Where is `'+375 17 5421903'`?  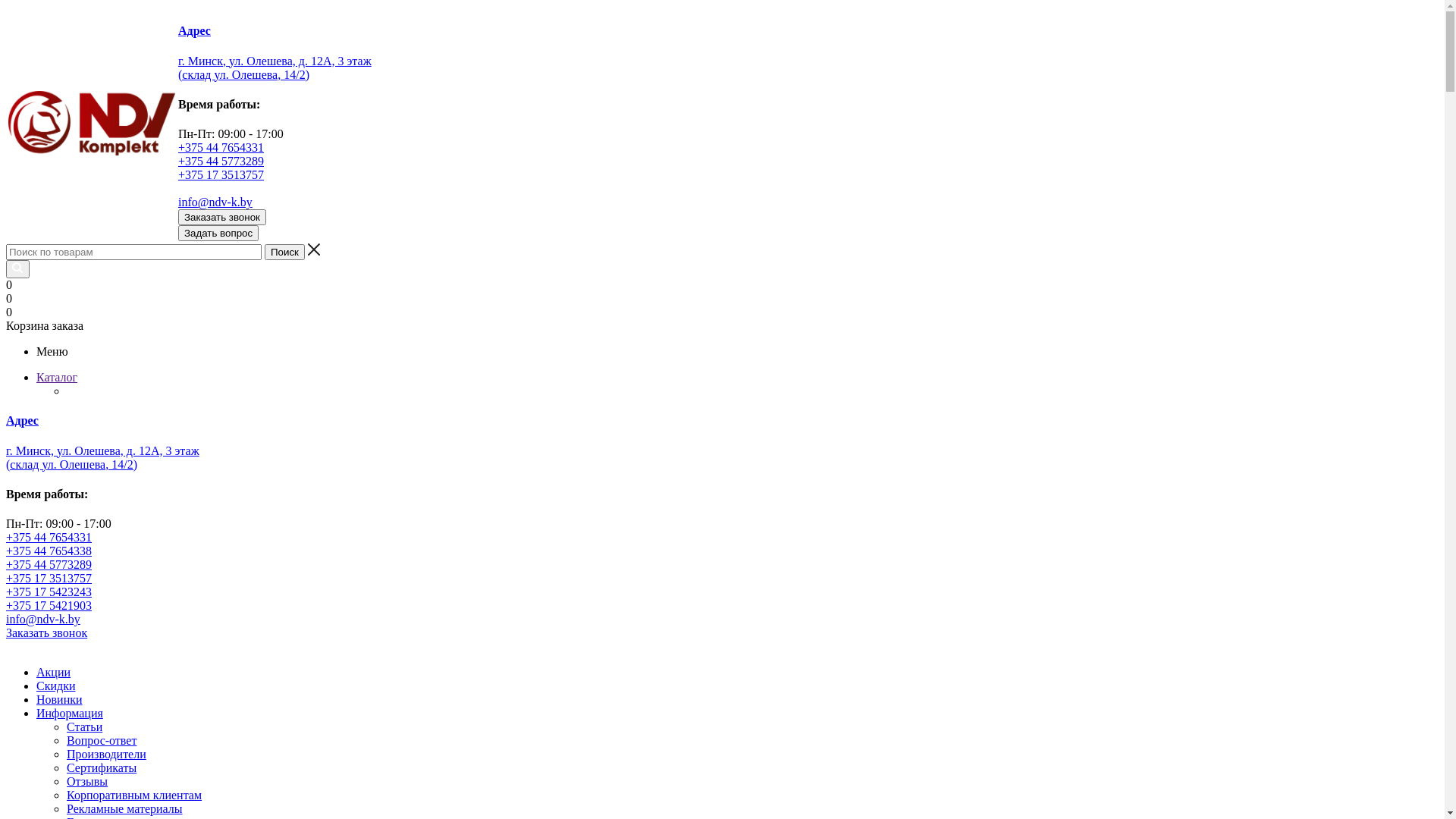 '+375 17 5421903' is located at coordinates (49, 604).